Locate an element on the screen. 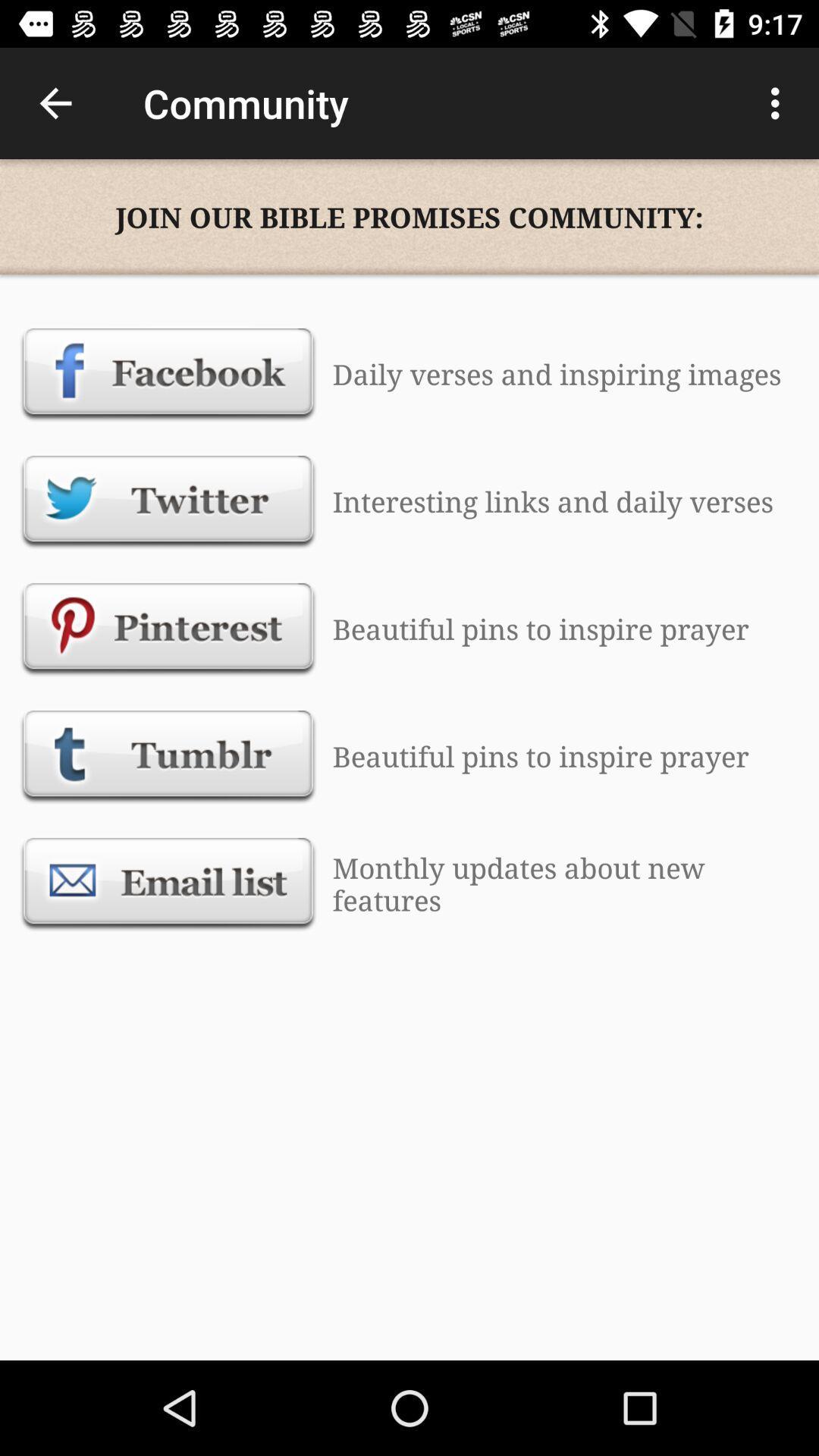 The width and height of the screenshot is (819, 1456). icon to the right of the community icon is located at coordinates (779, 102).